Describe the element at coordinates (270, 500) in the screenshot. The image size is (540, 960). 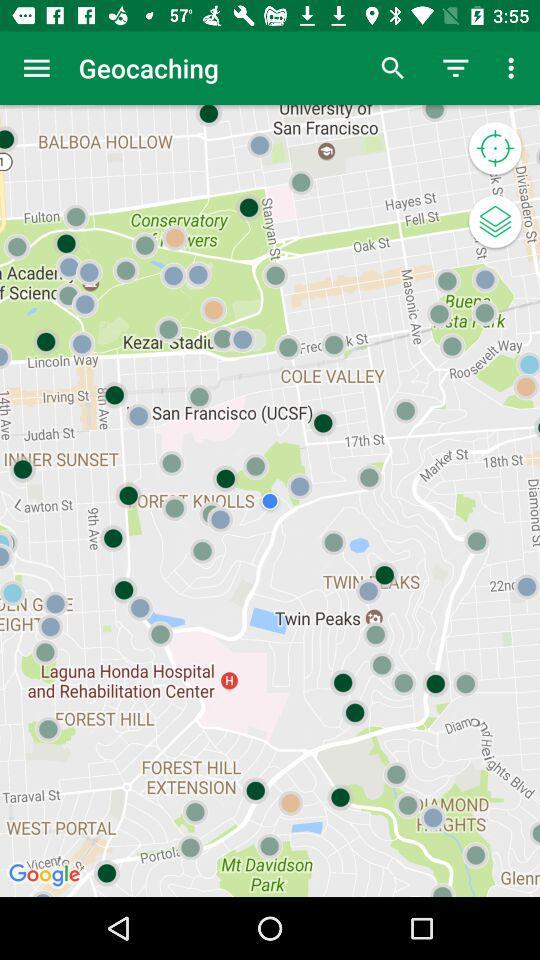
I see `icon at the center` at that location.